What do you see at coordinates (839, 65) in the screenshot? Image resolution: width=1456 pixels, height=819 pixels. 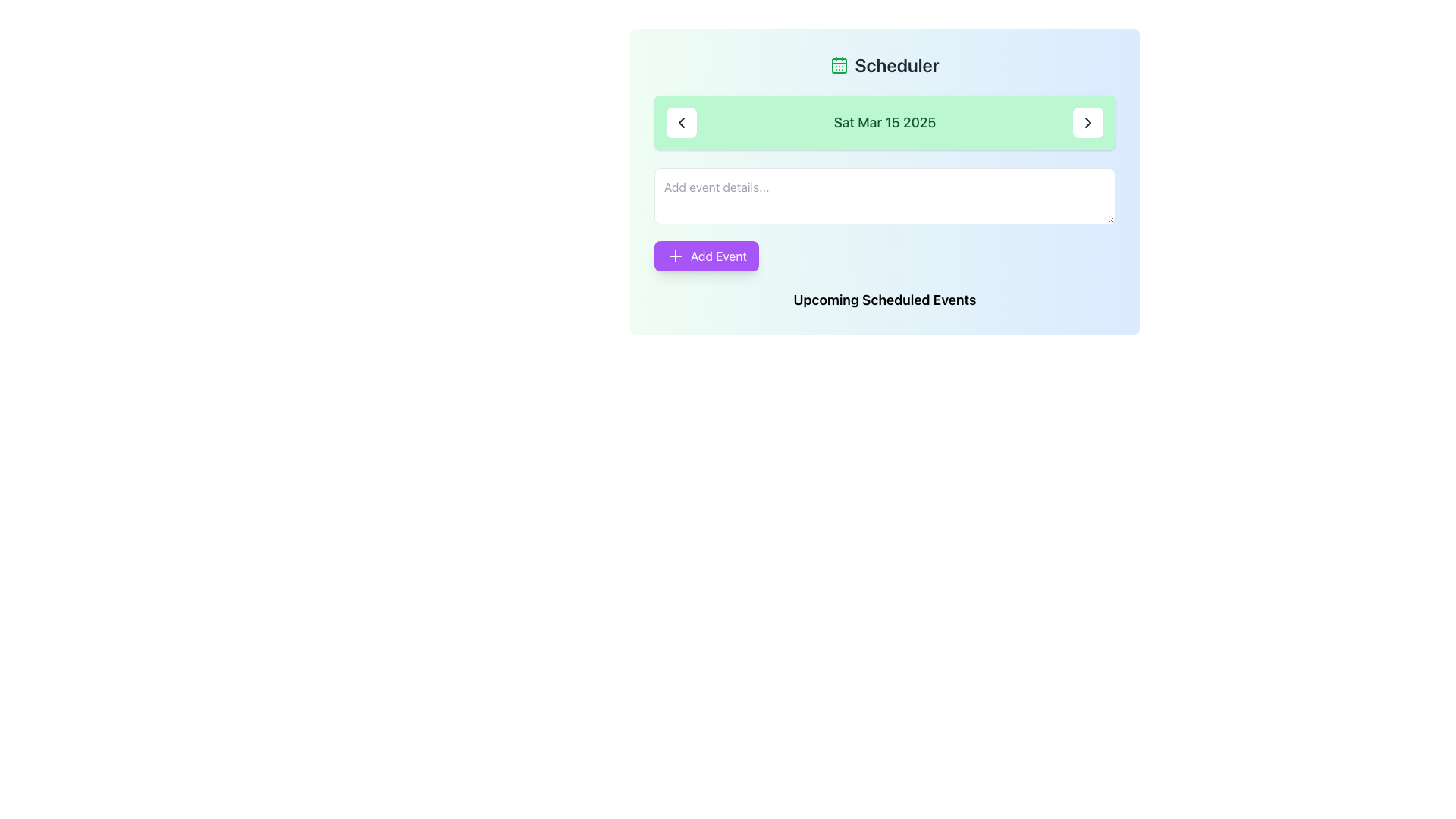 I see `the date block SVG shape located at the center of the calendar icon, which is surrounded by smaller decorative elements` at bounding box center [839, 65].